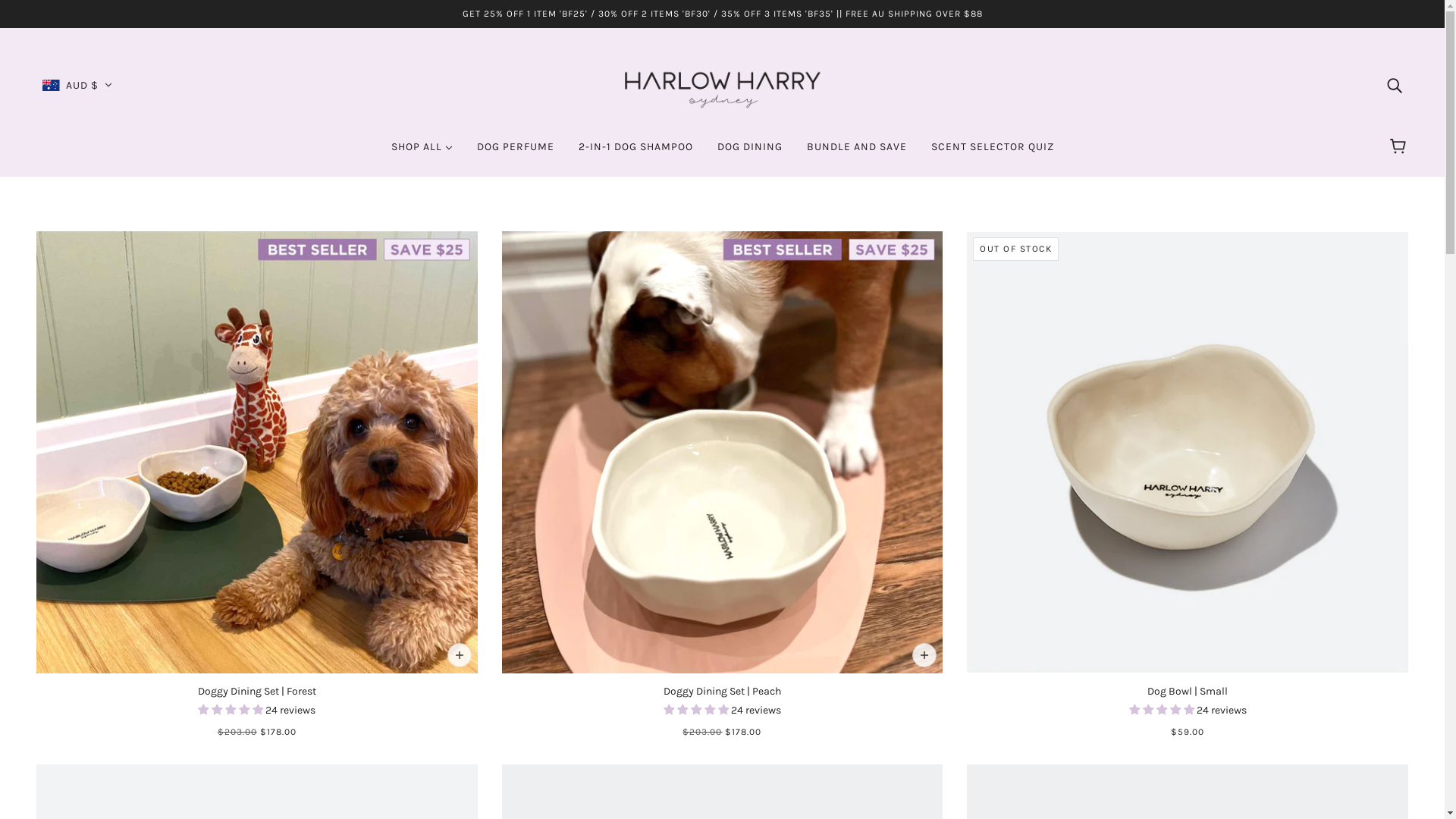 This screenshot has height=819, width=1456. What do you see at coordinates (621, 83) in the screenshot?
I see `'HARLOW HARRY'` at bounding box center [621, 83].